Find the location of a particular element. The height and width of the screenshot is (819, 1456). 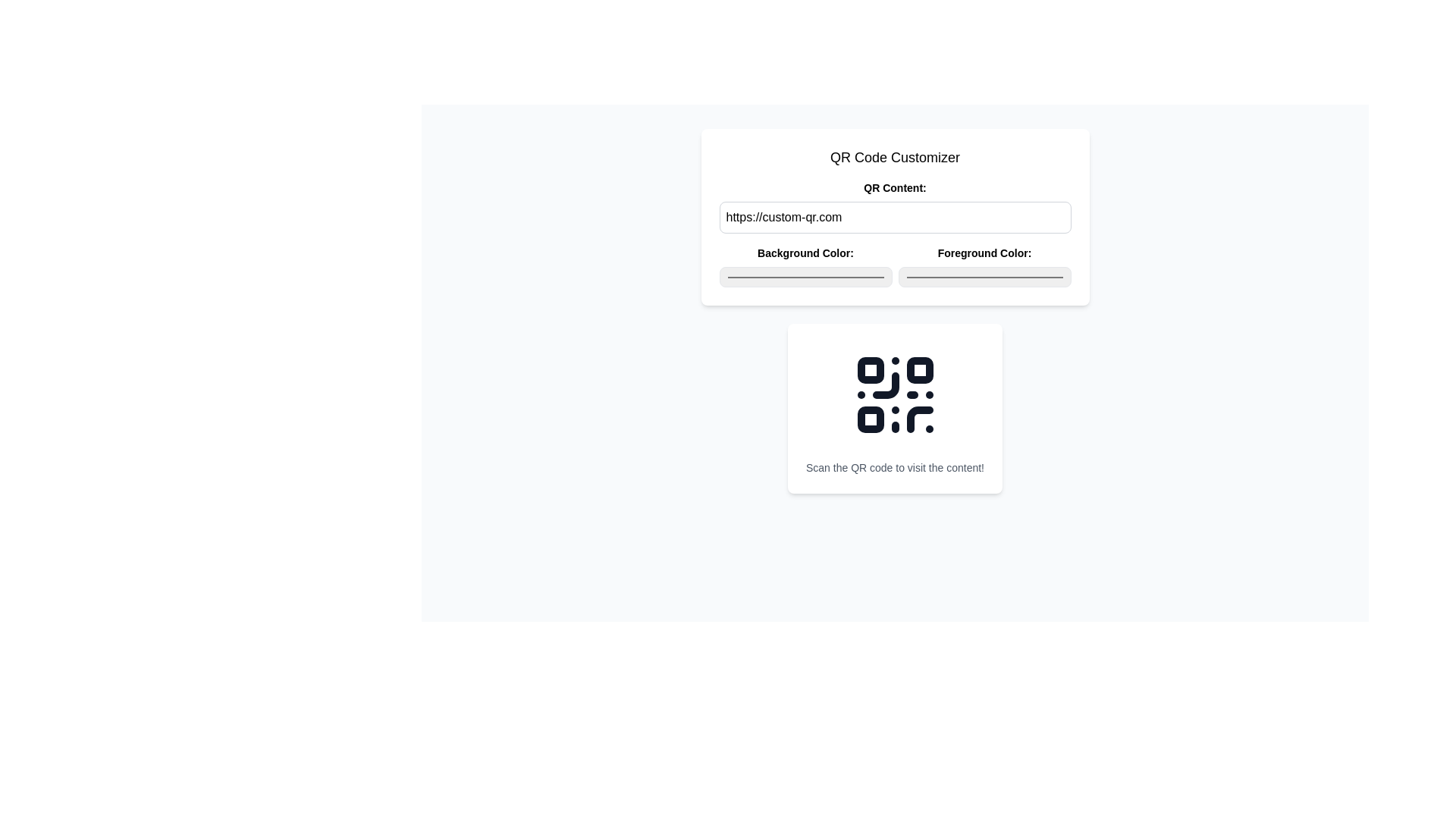

the text label 'QR Content:' which is styled with a smaller font size and bold formatting, located near the top-middle of the interface, above the text input box is located at coordinates (895, 187).